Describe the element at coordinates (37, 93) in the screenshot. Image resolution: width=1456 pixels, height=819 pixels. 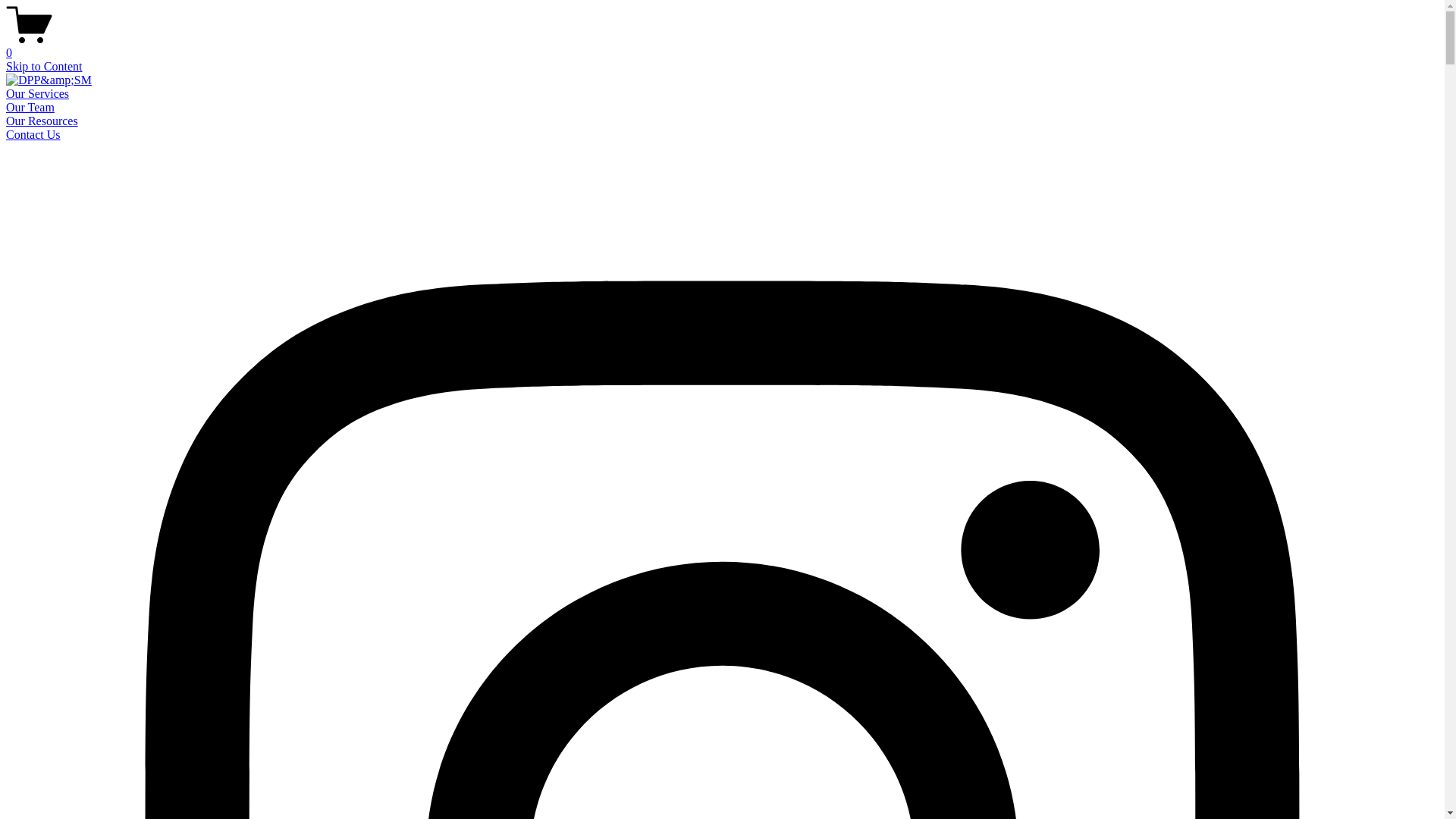
I see `'Our Services'` at that location.